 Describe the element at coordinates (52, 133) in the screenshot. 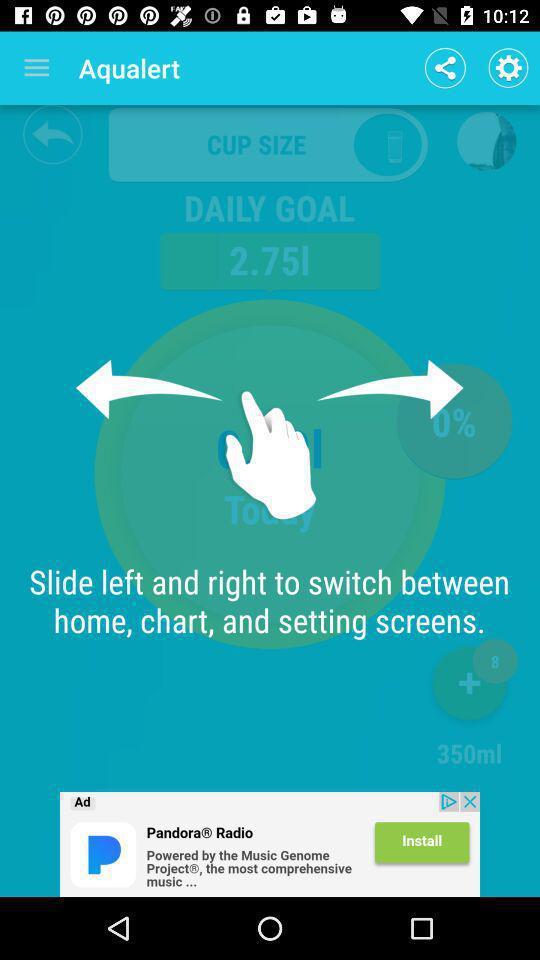

I see `the reply icon` at that location.